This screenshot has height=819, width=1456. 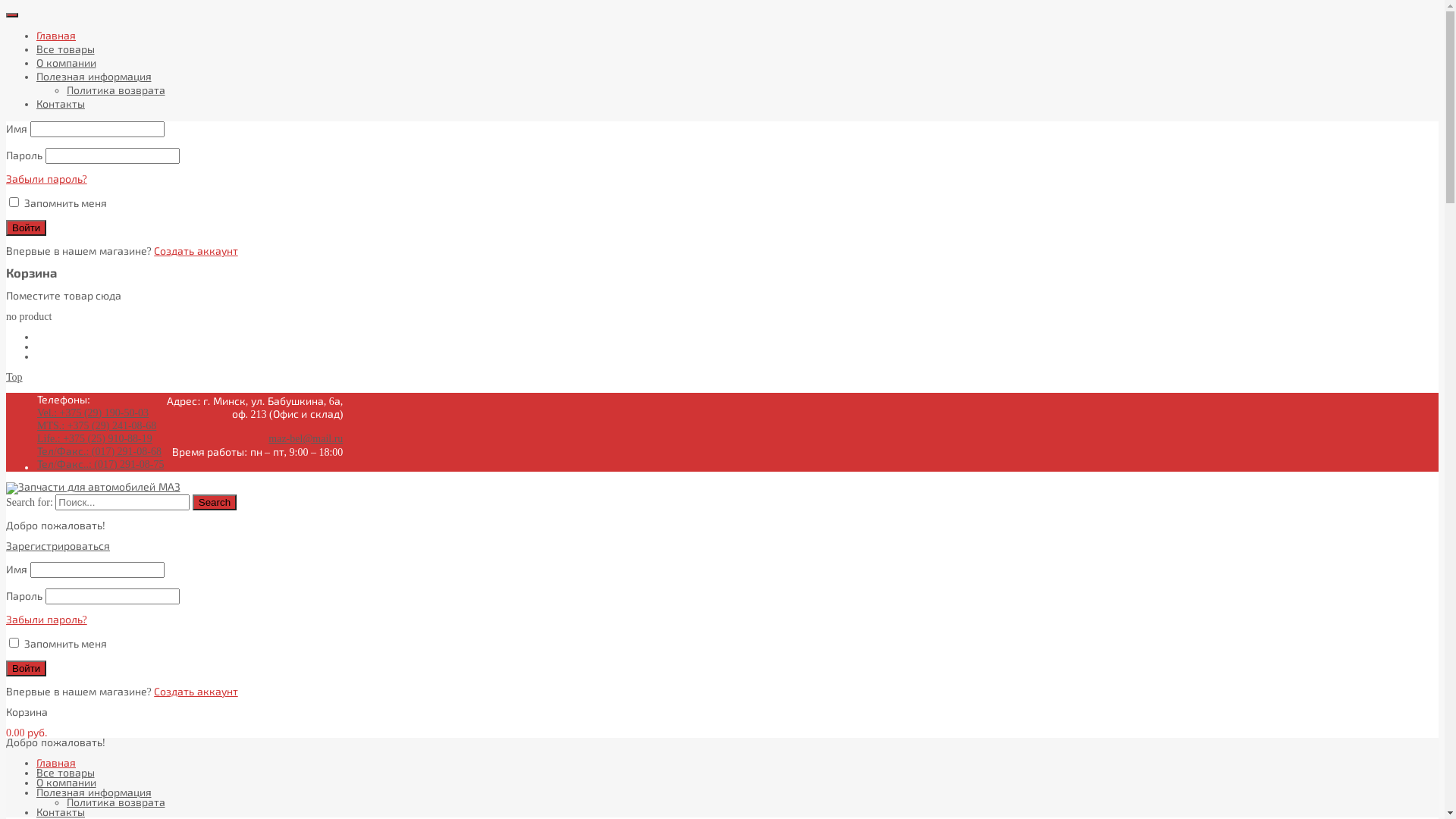 I want to click on 'MTS.: +375 (29) 241-08-68', so click(x=96, y=425).